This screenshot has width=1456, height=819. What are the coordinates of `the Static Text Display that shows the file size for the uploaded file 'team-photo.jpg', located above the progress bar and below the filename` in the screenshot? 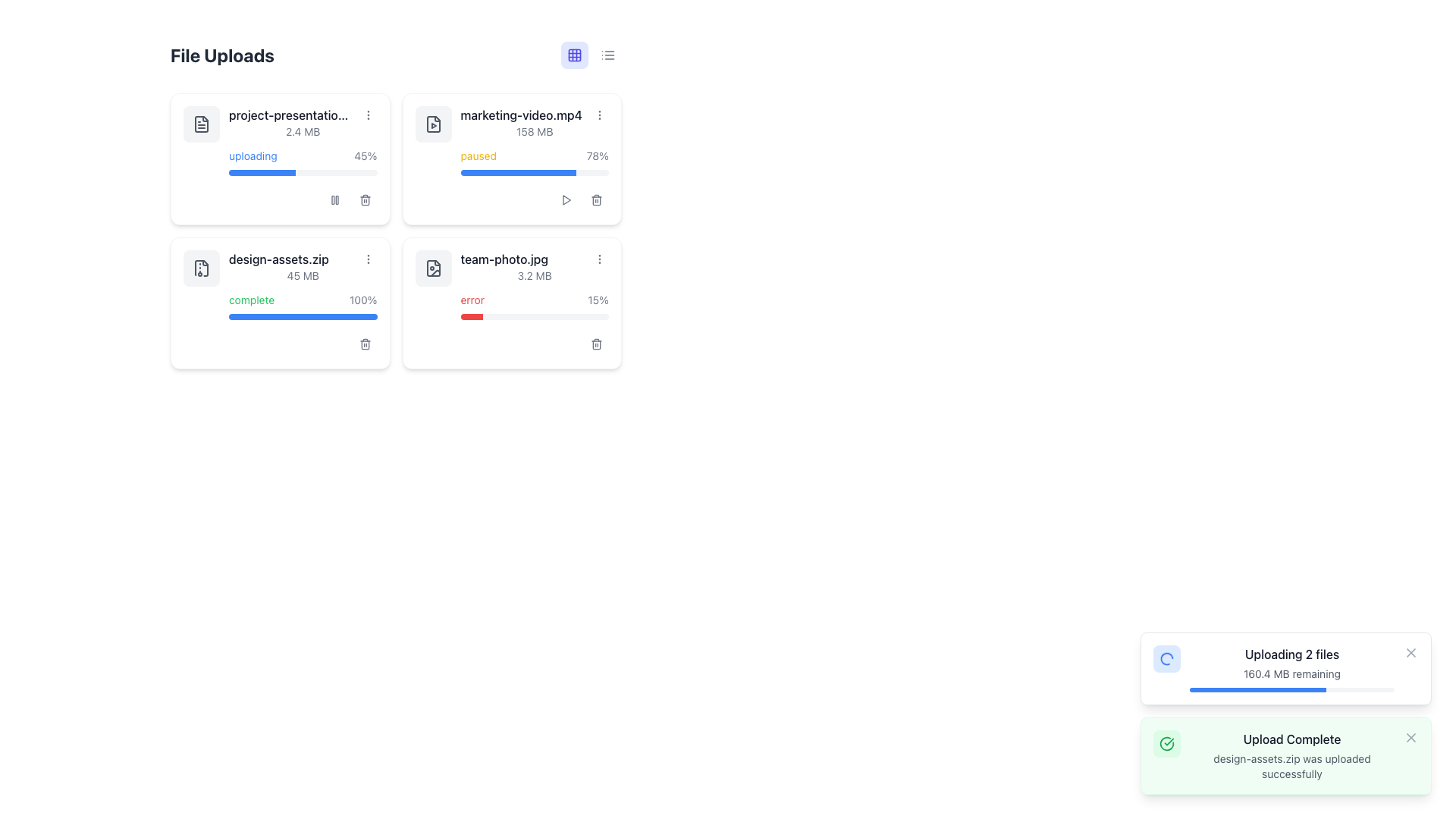 It's located at (535, 275).